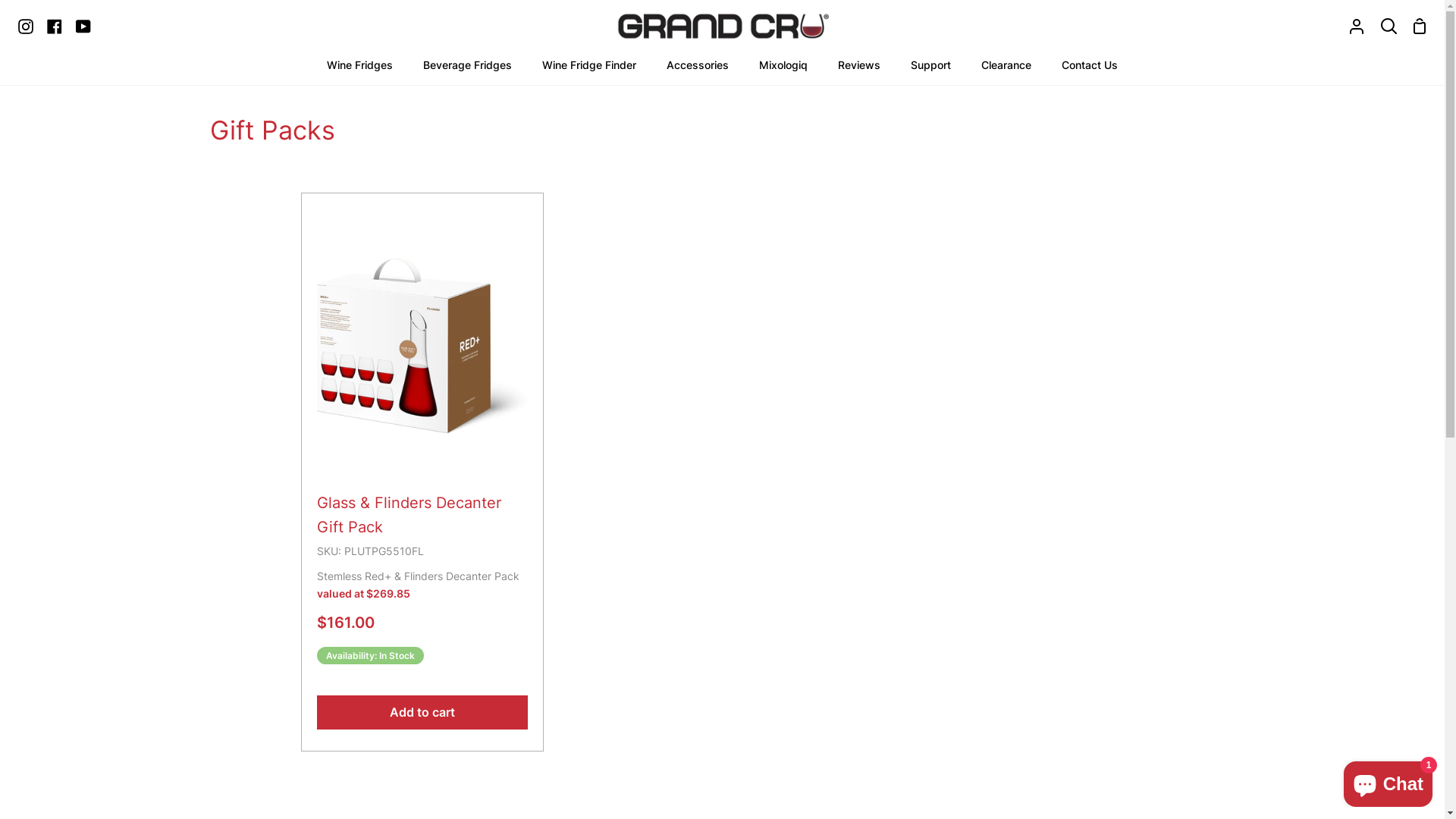 This screenshot has width=1456, height=819. What do you see at coordinates (1357, 26) in the screenshot?
I see `'My Account'` at bounding box center [1357, 26].